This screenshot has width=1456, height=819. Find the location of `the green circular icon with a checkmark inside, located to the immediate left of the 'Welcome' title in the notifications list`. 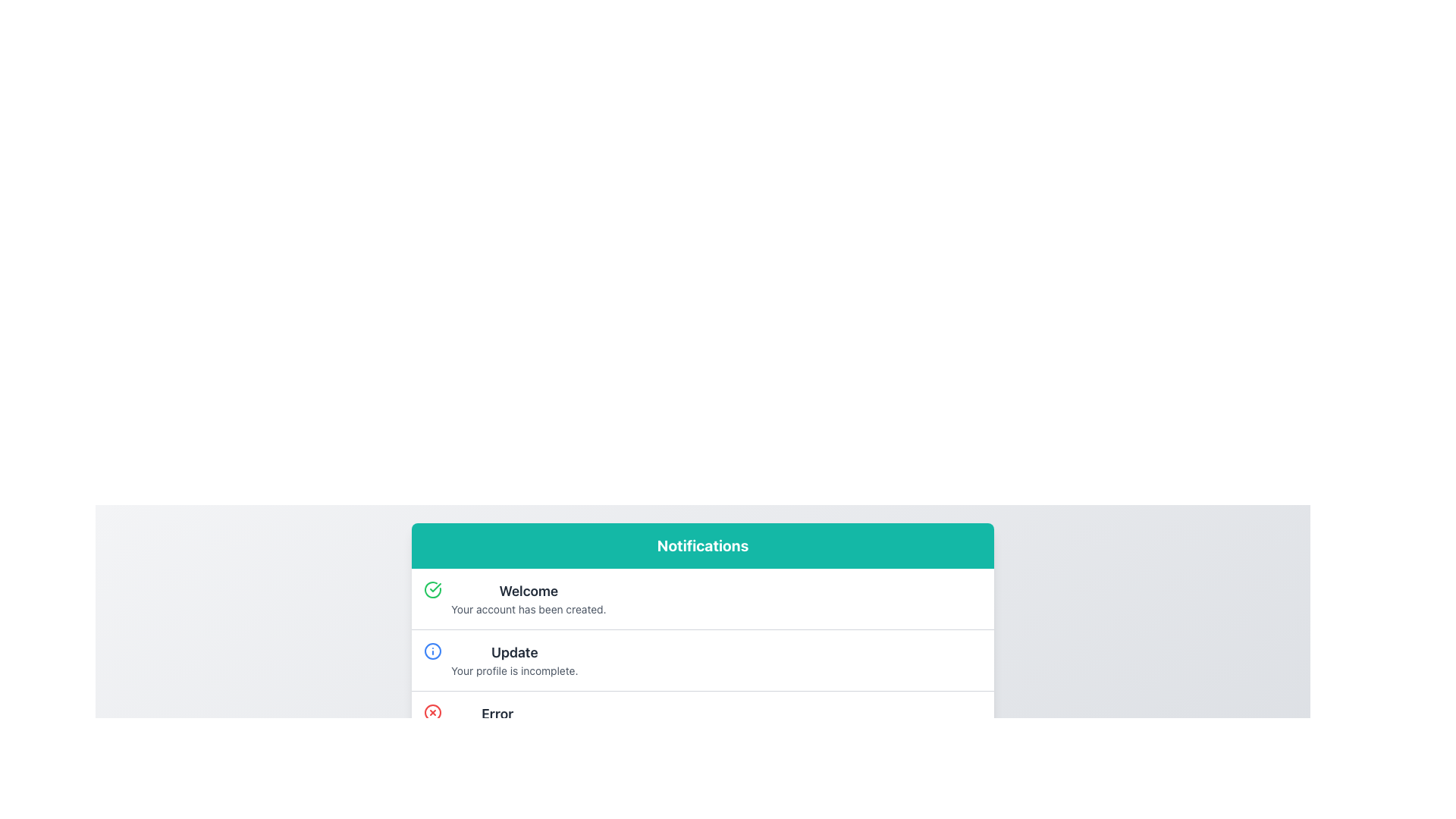

the green circular icon with a checkmark inside, located to the immediate left of the 'Welcome' title in the notifications list is located at coordinates (432, 589).